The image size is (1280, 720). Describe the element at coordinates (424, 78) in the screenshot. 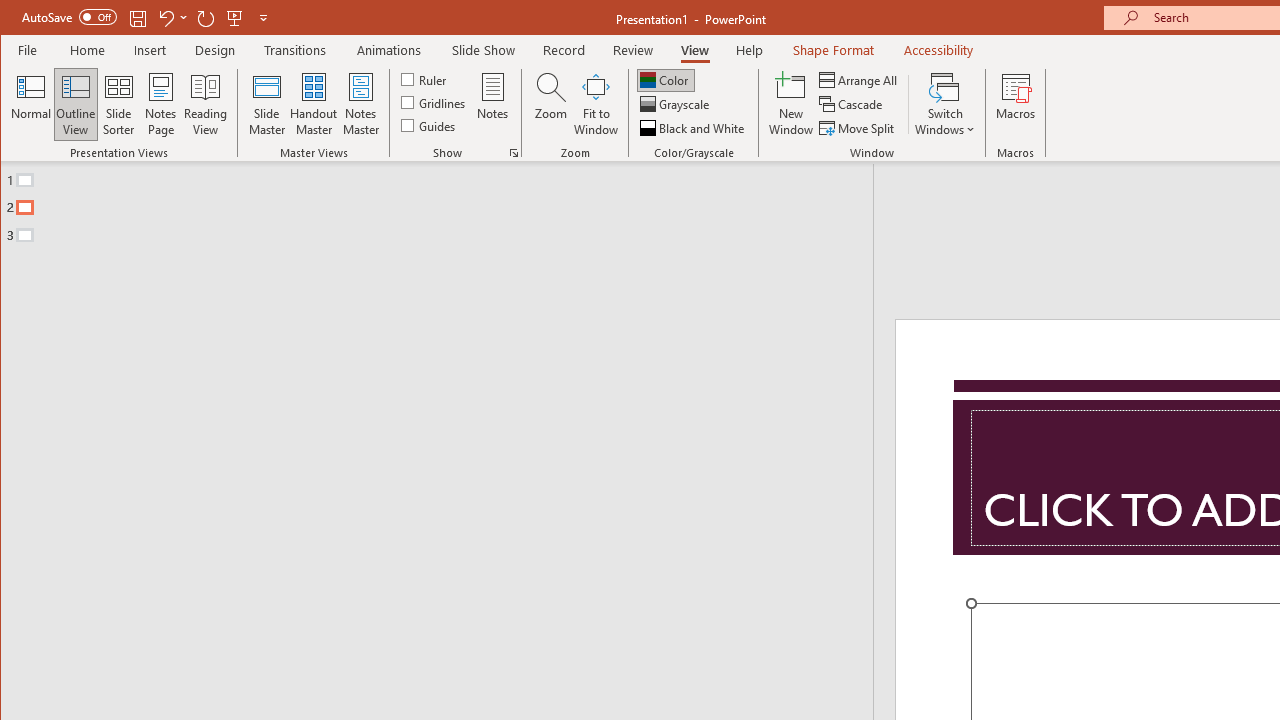

I see `'Ruler'` at that location.